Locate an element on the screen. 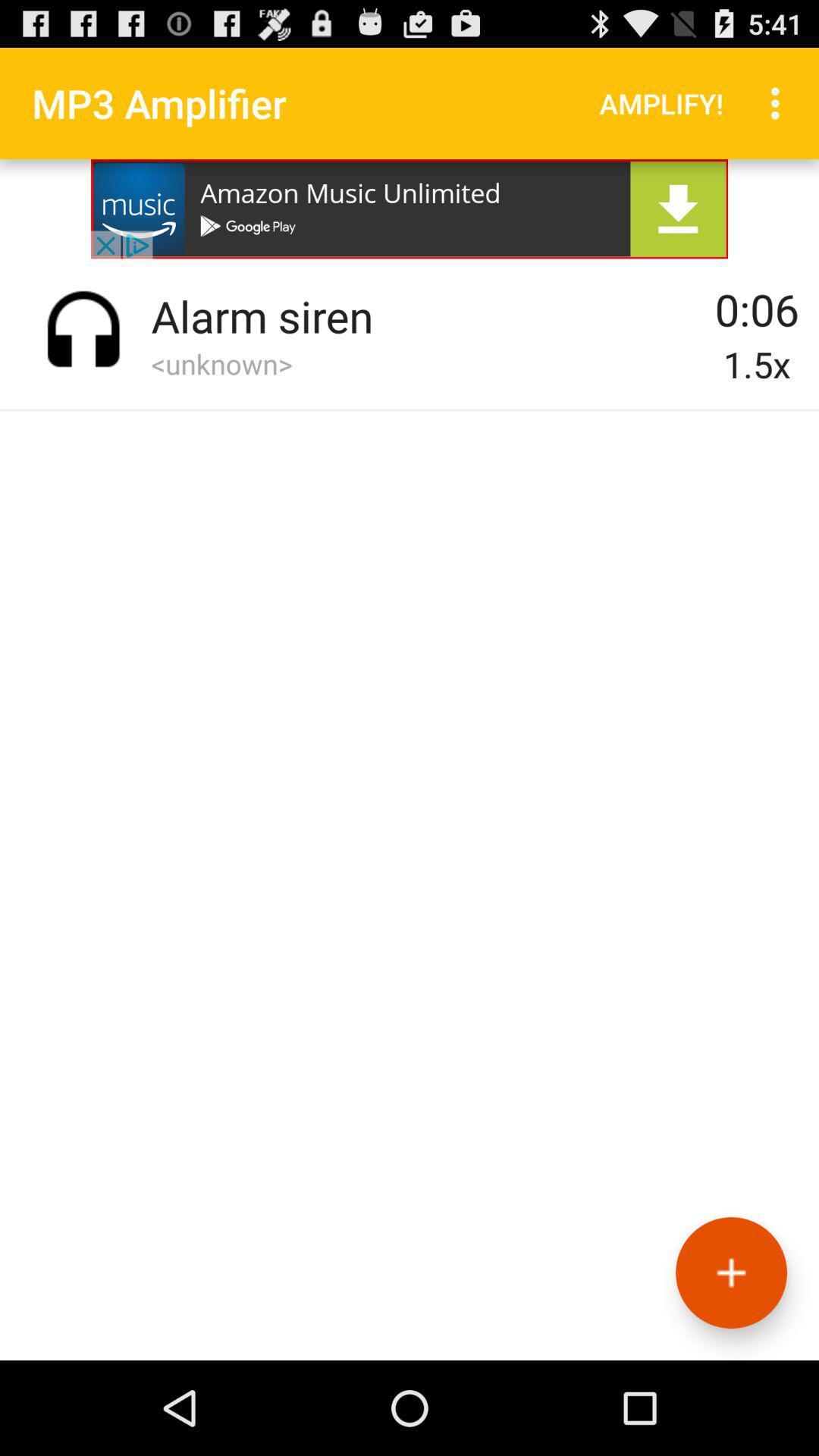  the add icon is located at coordinates (730, 1362).